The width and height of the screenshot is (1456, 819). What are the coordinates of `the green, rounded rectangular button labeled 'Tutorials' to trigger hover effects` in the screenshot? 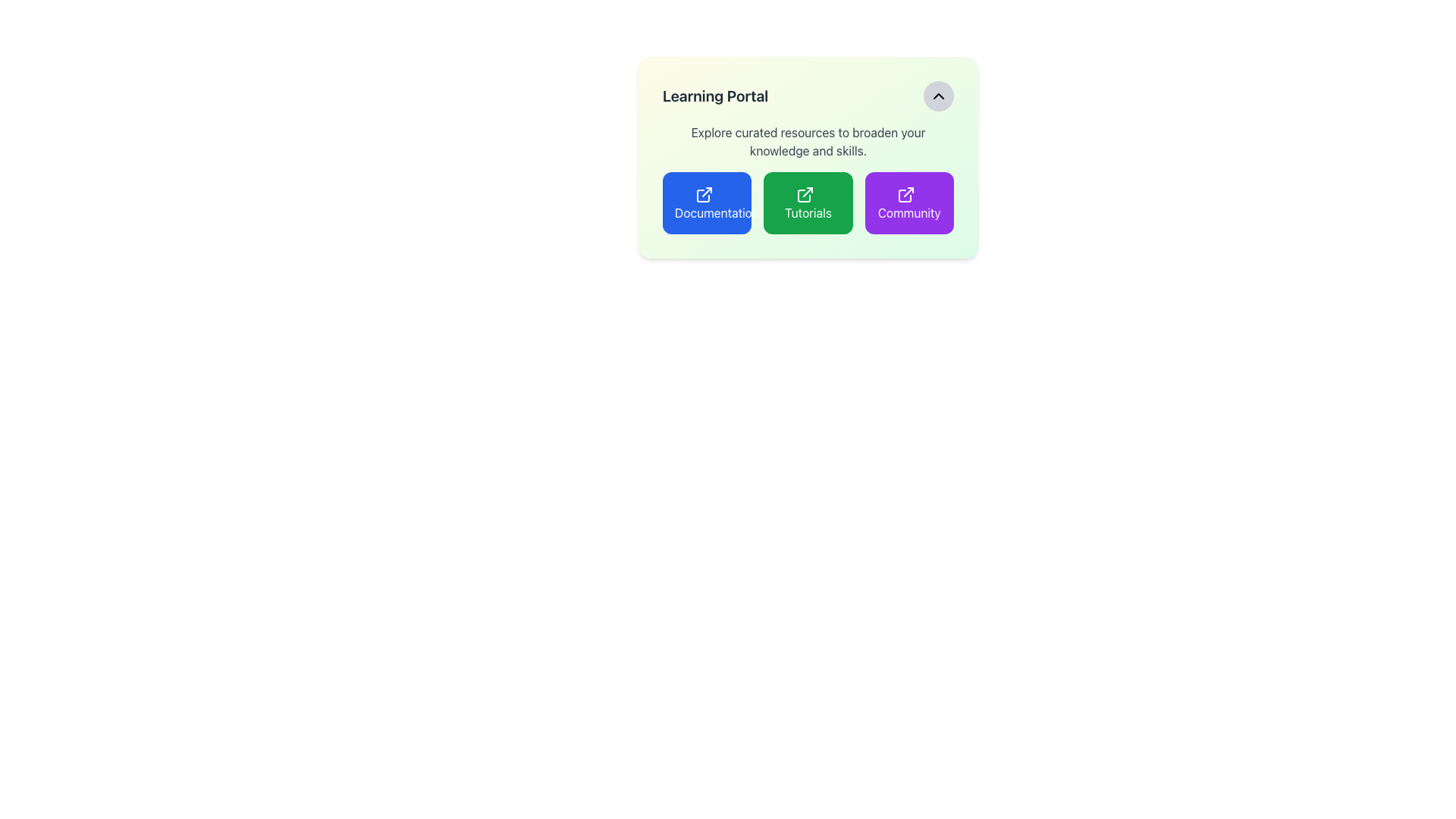 It's located at (807, 201).